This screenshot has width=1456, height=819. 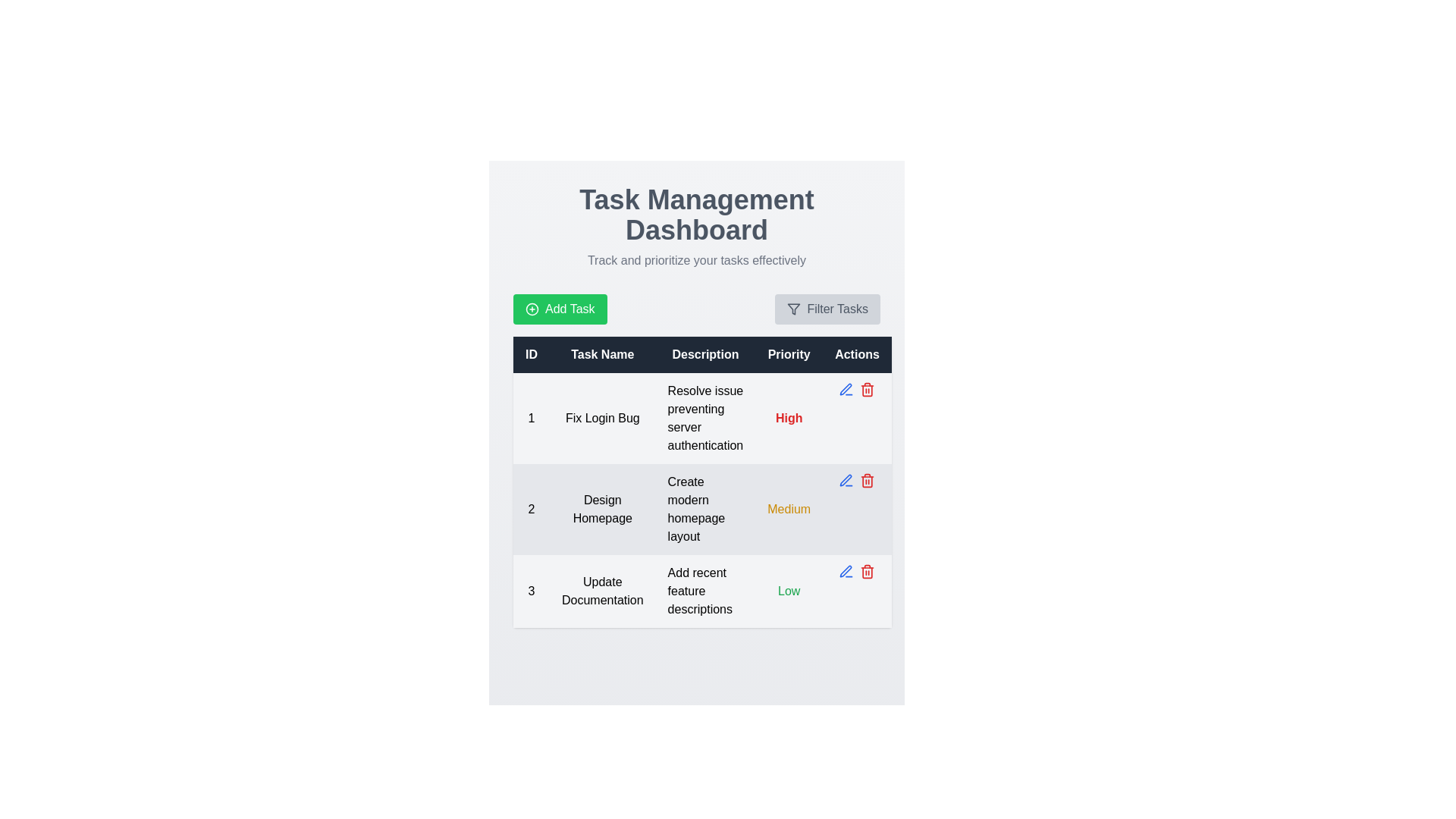 What do you see at coordinates (868, 388) in the screenshot?
I see `the red trash bin icon button, which is the last element in the 'Actions' column of the first row of the table` at bounding box center [868, 388].